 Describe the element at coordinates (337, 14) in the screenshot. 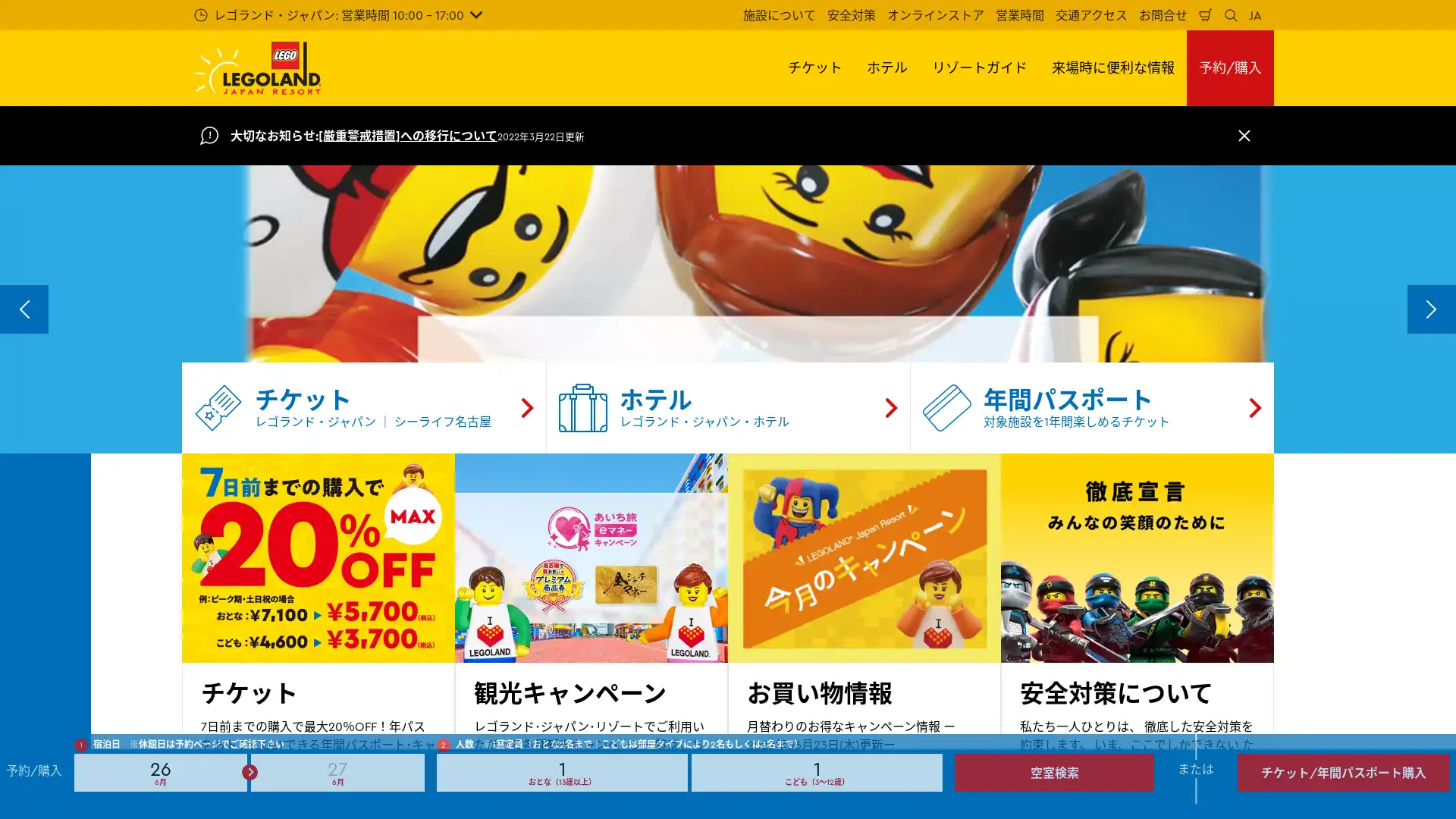

I see `:  10:00 - 17:00` at that location.